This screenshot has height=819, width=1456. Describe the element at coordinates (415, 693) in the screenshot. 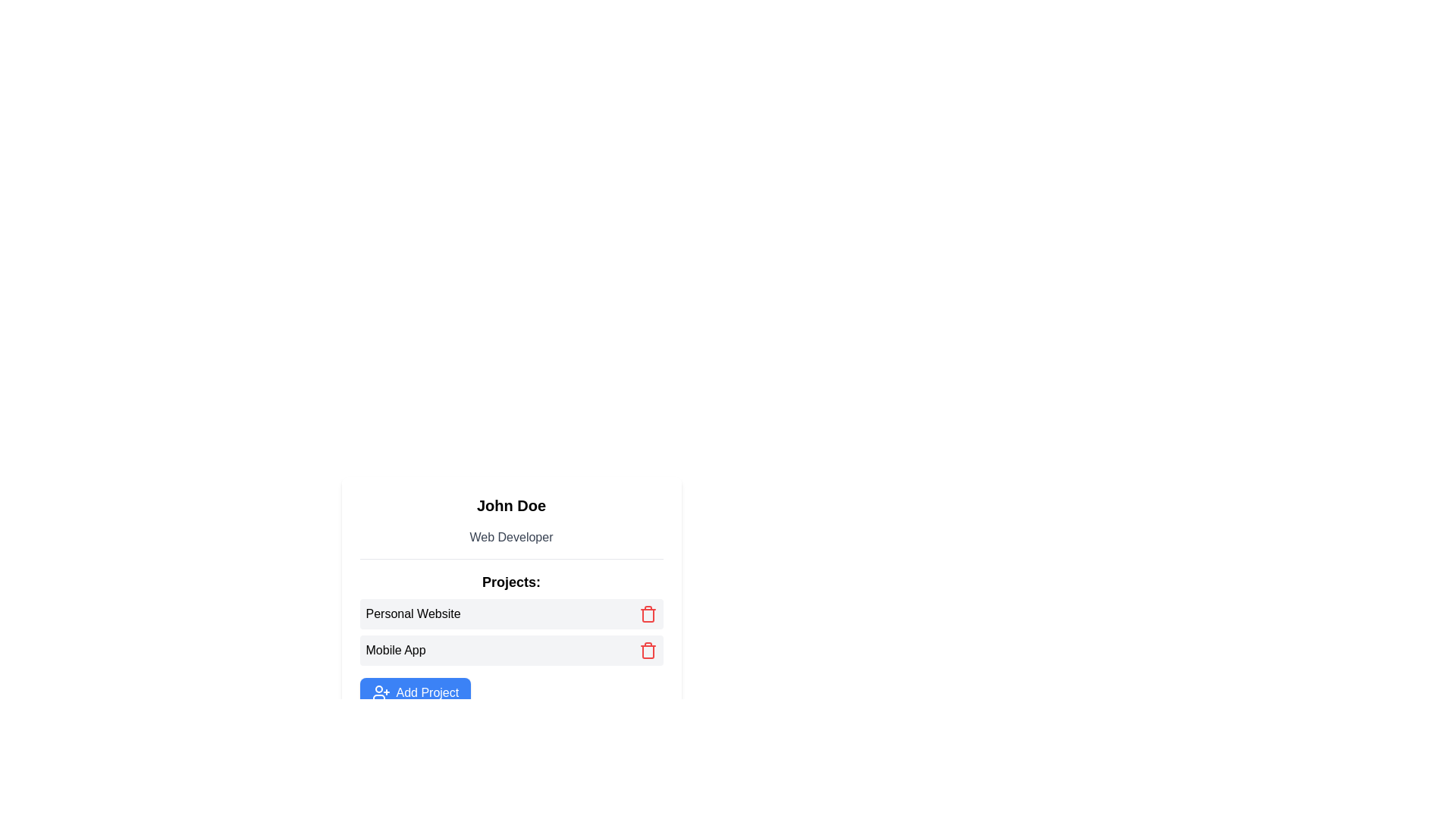

I see `the blue button with rounded corners and the text 'Add Project'` at that location.